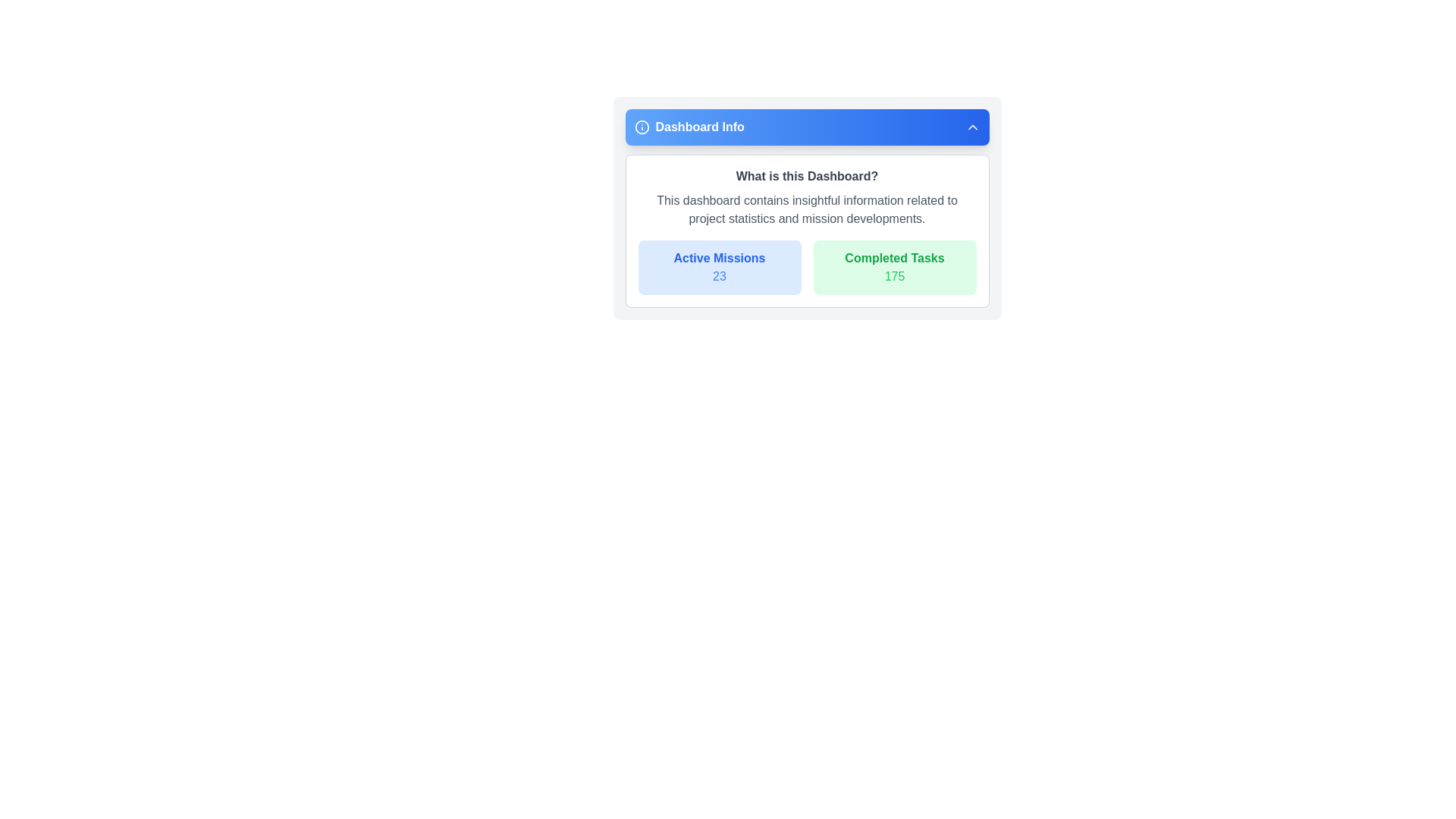  Describe the element at coordinates (719, 267) in the screenshot. I see `the Informational display panel with a blue background, displaying 'Active Missions' and the number '23', located in the left section of the grid below the 'What is this Dashboard?' heading` at that location.